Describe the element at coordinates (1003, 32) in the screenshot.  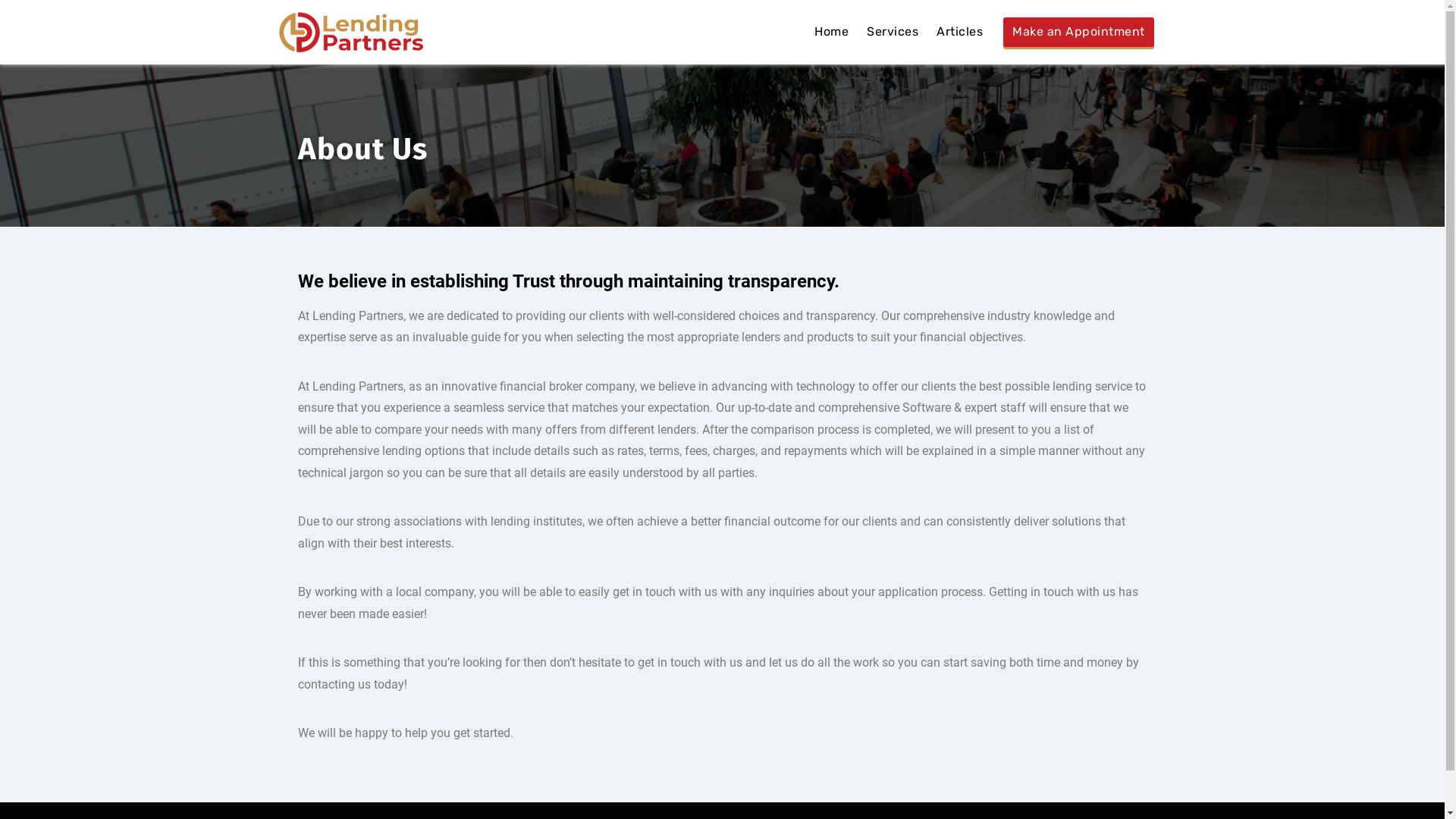
I see `'Make an Appointment'` at that location.